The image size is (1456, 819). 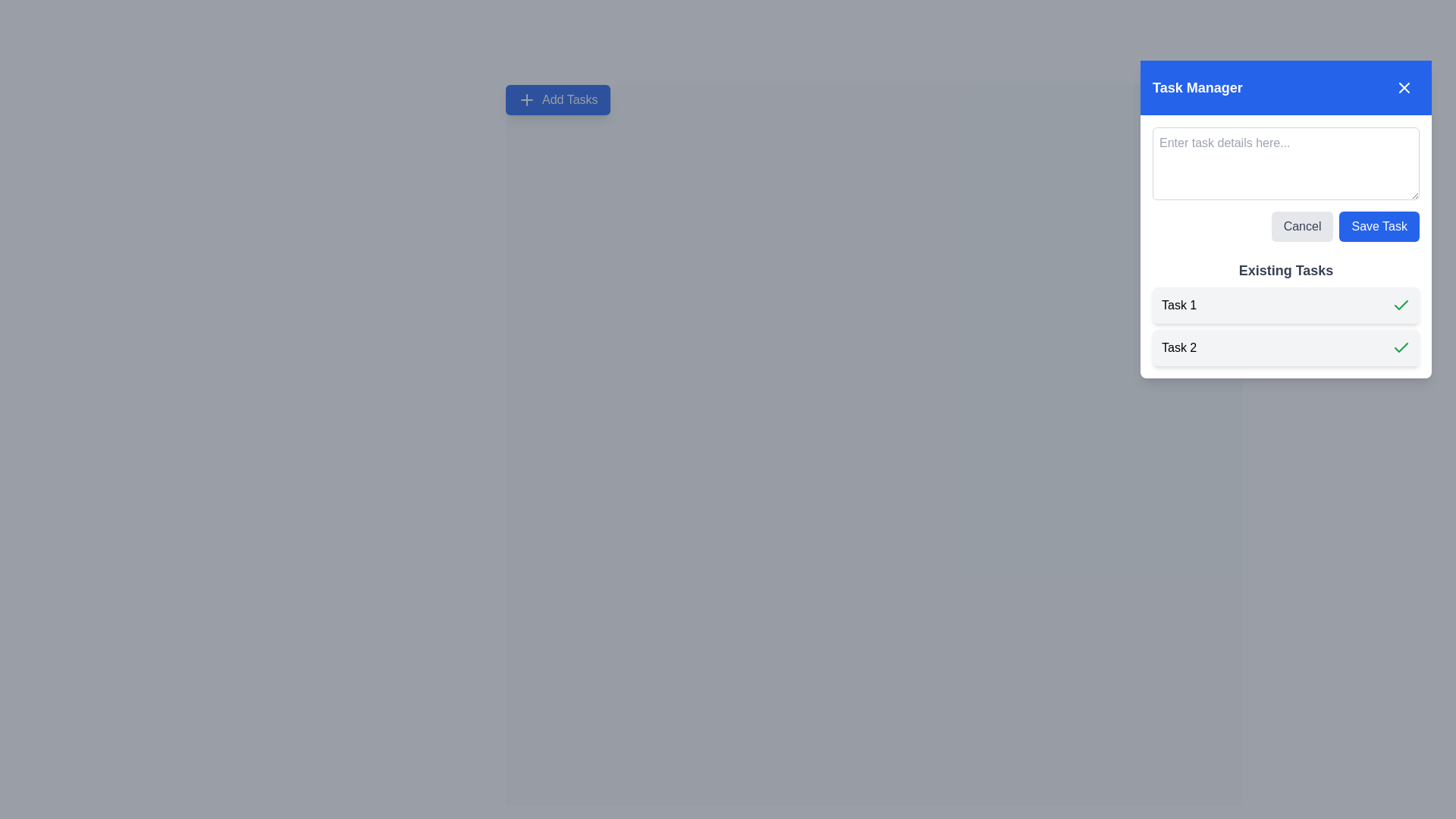 What do you see at coordinates (1379, 227) in the screenshot?
I see `the 'Save' button located on the right side of the 'Task Manager' modal dialog` at bounding box center [1379, 227].